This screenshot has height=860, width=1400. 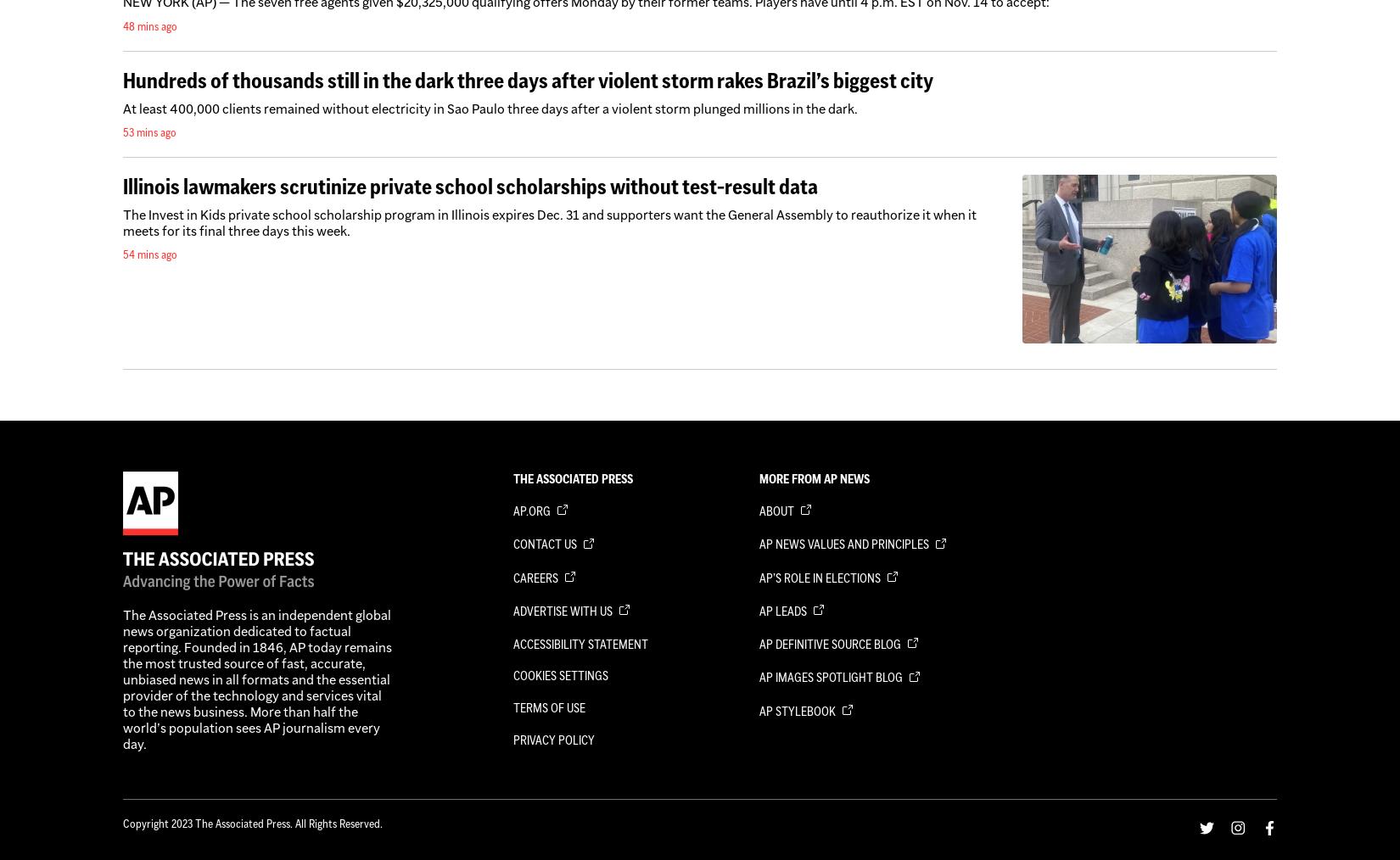 What do you see at coordinates (252, 822) in the screenshot?
I see `'Copyright 2023 The Associated Press. All Rights Reserved.'` at bounding box center [252, 822].